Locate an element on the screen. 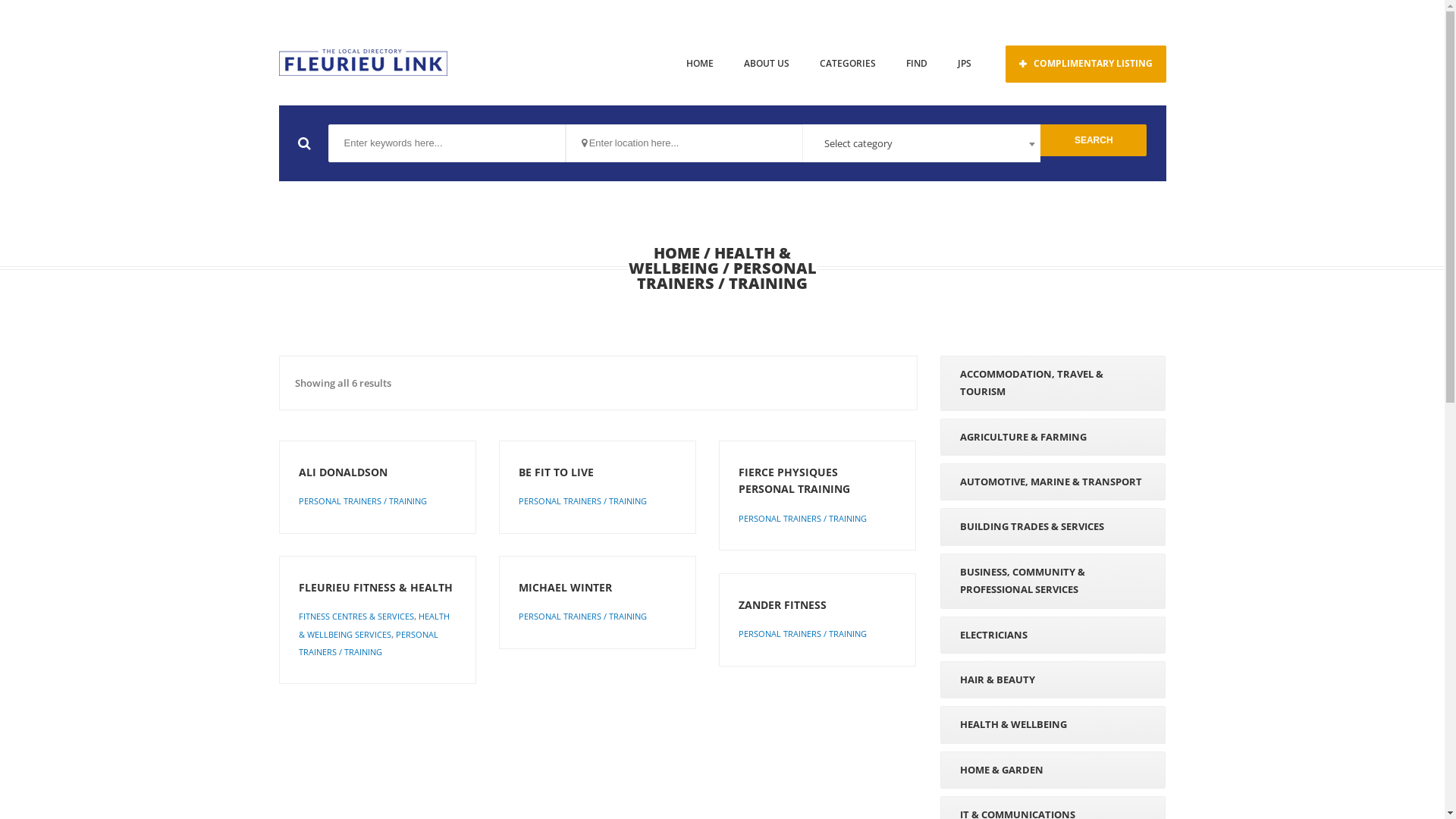 The height and width of the screenshot is (819, 1456). 'HOME' is located at coordinates (676, 252).